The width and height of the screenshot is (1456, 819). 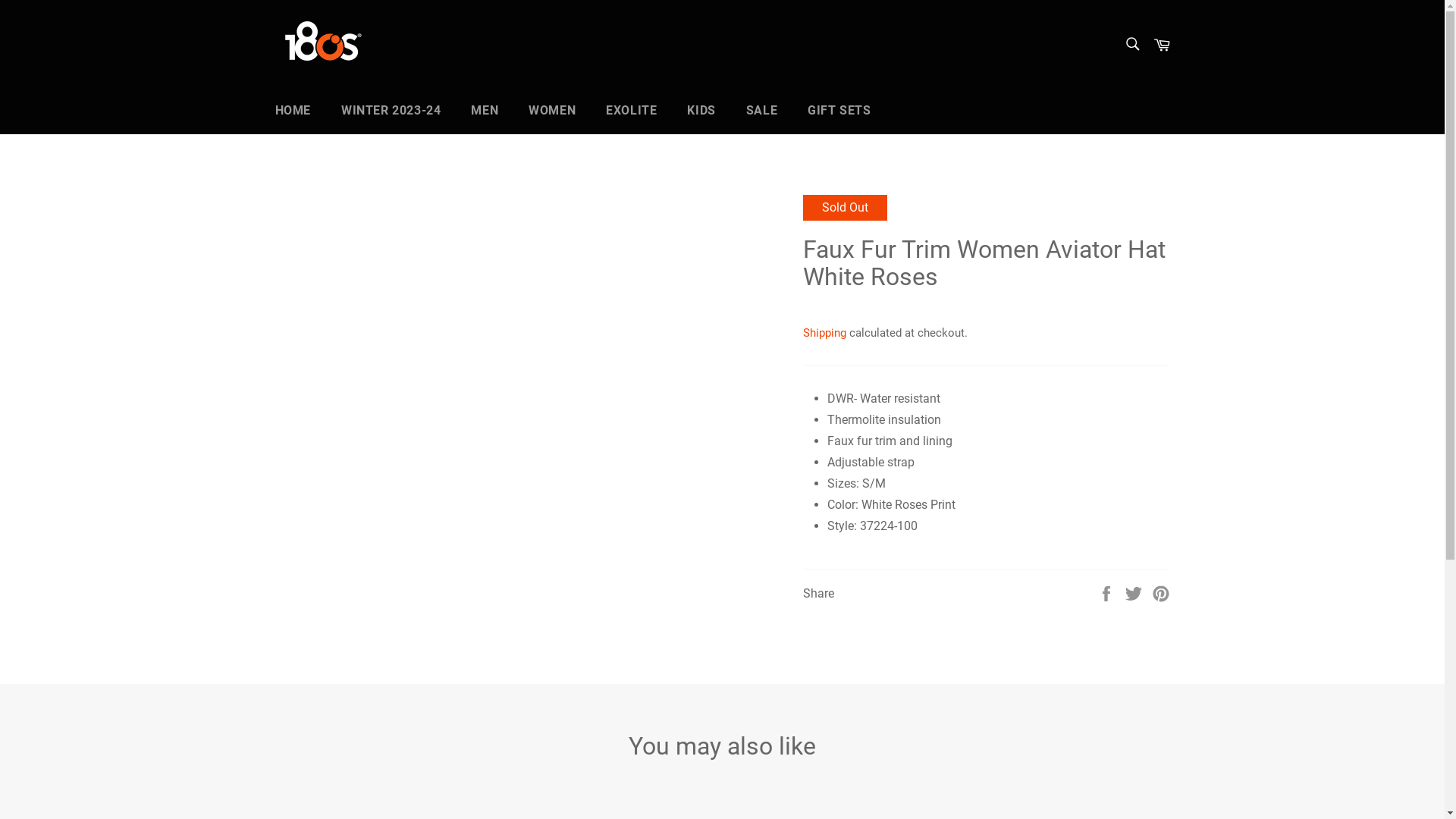 What do you see at coordinates (1106, 595) in the screenshot?
I see `'Share this on Facebook'` at bounding box center [1106, 595].